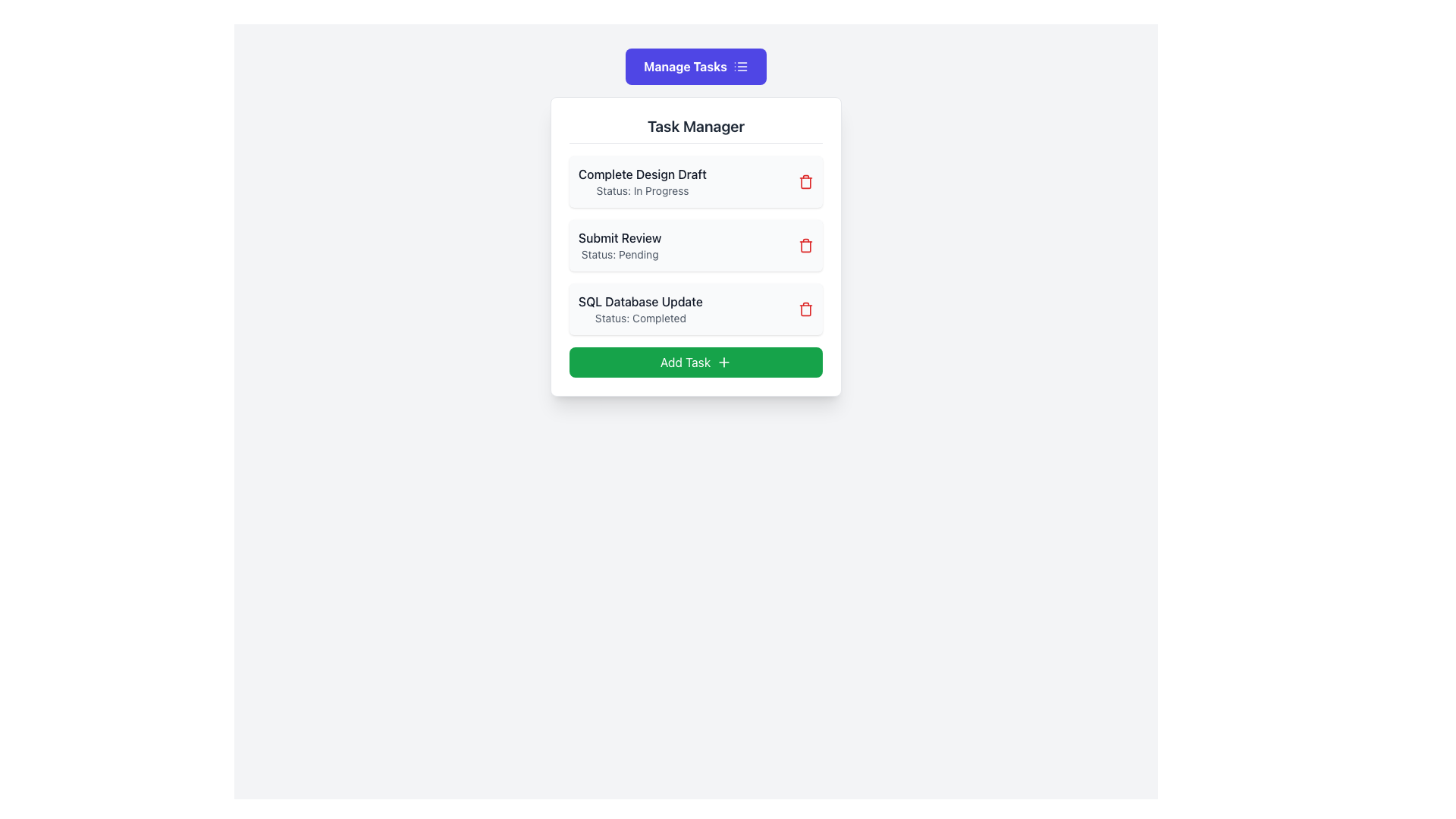  I want to click on the 'Add Task' button located at the bottom of the 'Task Manager' panel, so click(695, 362).